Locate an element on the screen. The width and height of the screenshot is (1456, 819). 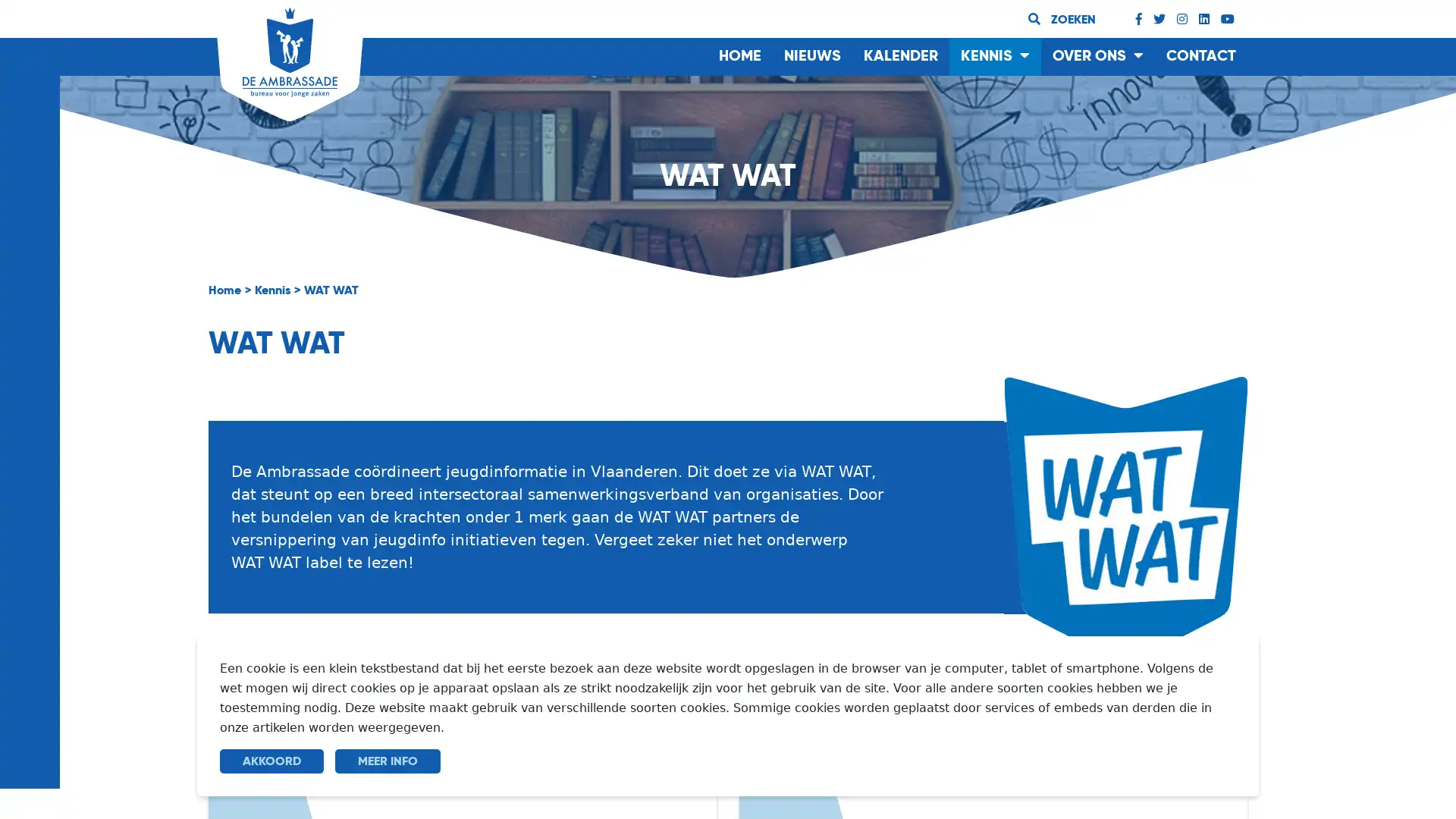
AKKOORD is located at coordinates (271, 761).